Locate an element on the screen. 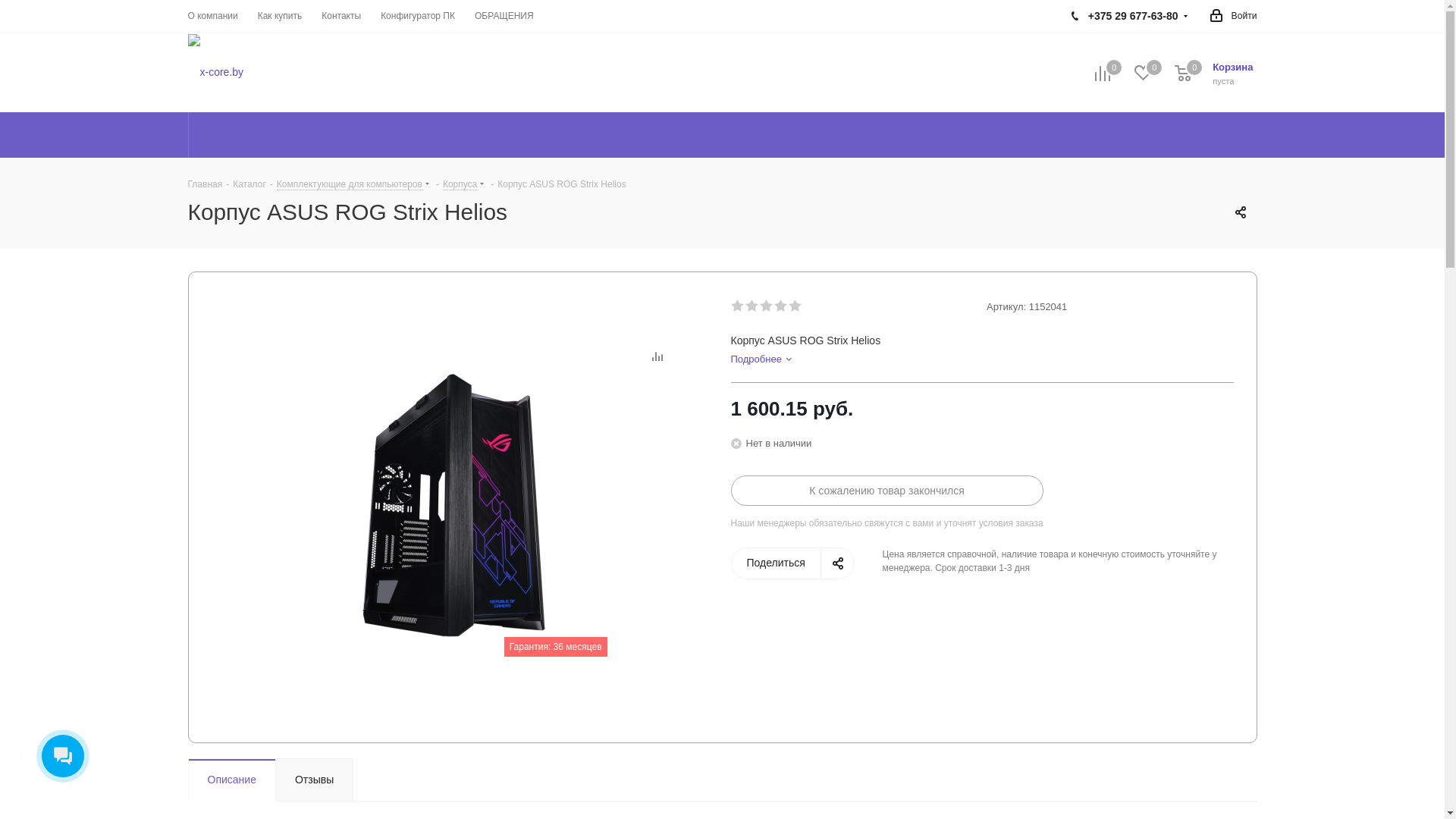  'x-core.by' is located at coordinates (187, 72).